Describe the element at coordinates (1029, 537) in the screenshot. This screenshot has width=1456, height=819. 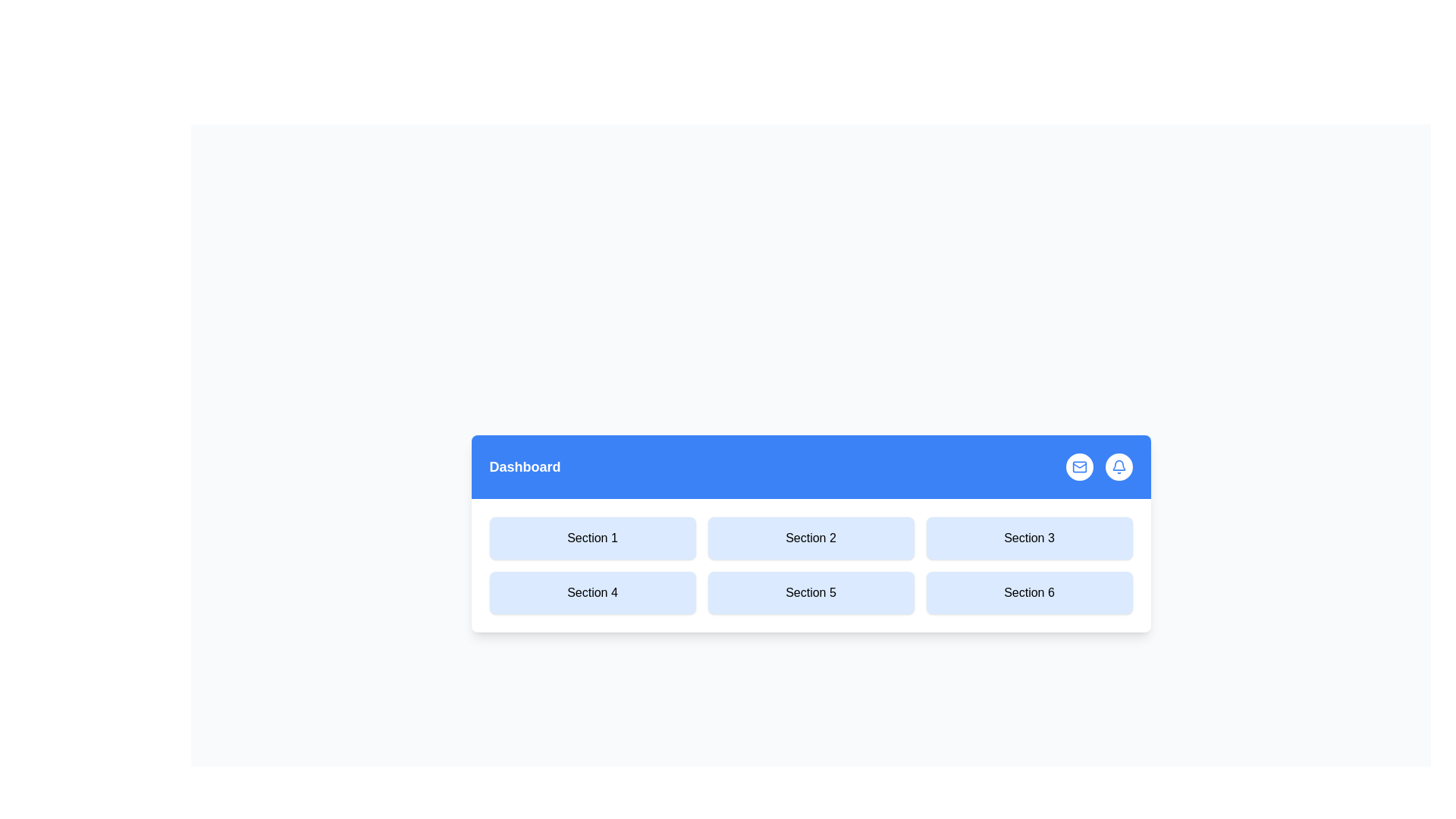
I see `the navigation button located in the top-right corner of the grid` at that location.